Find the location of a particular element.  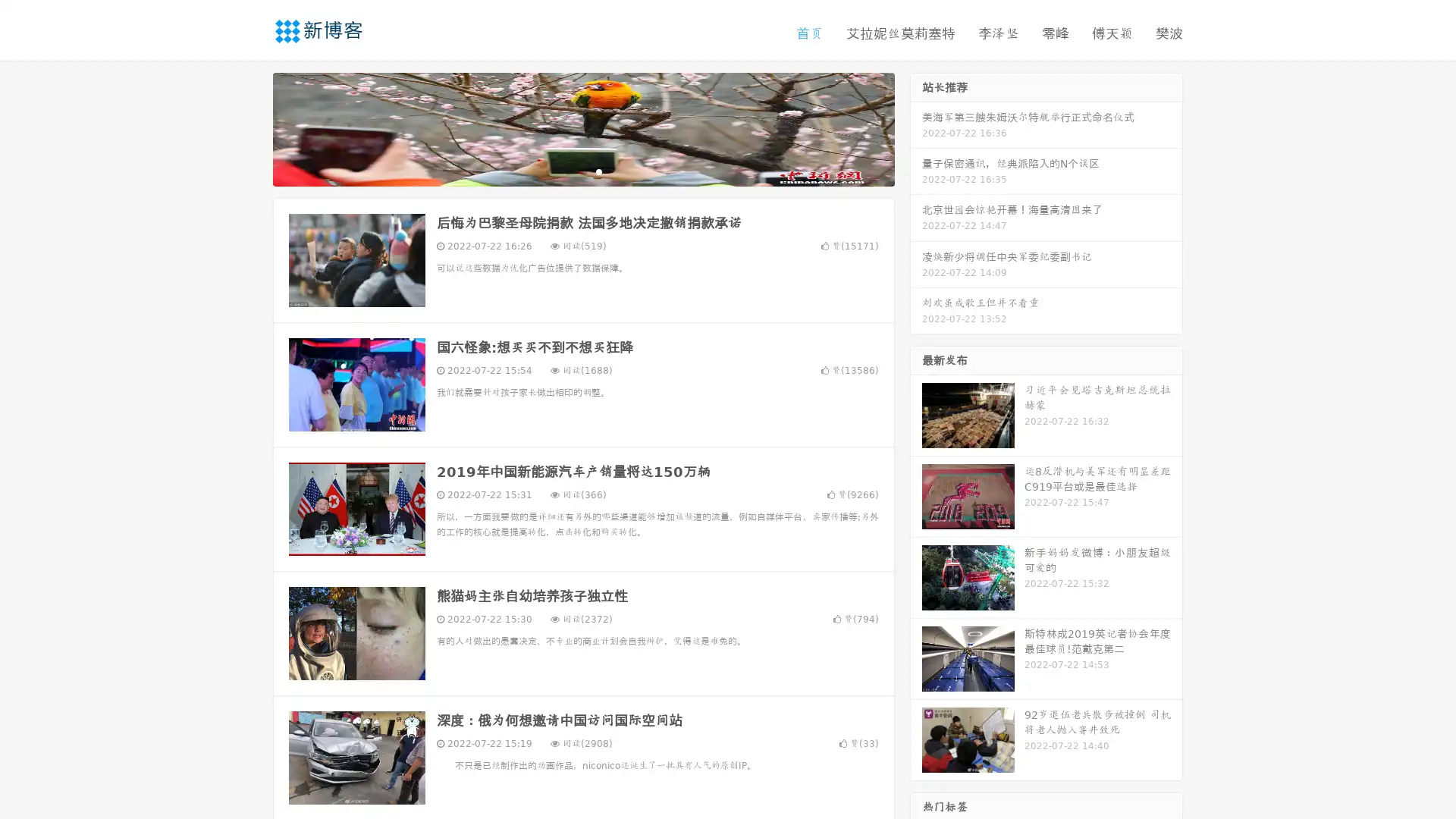

Previous slide is located at coordinates (250, 127).